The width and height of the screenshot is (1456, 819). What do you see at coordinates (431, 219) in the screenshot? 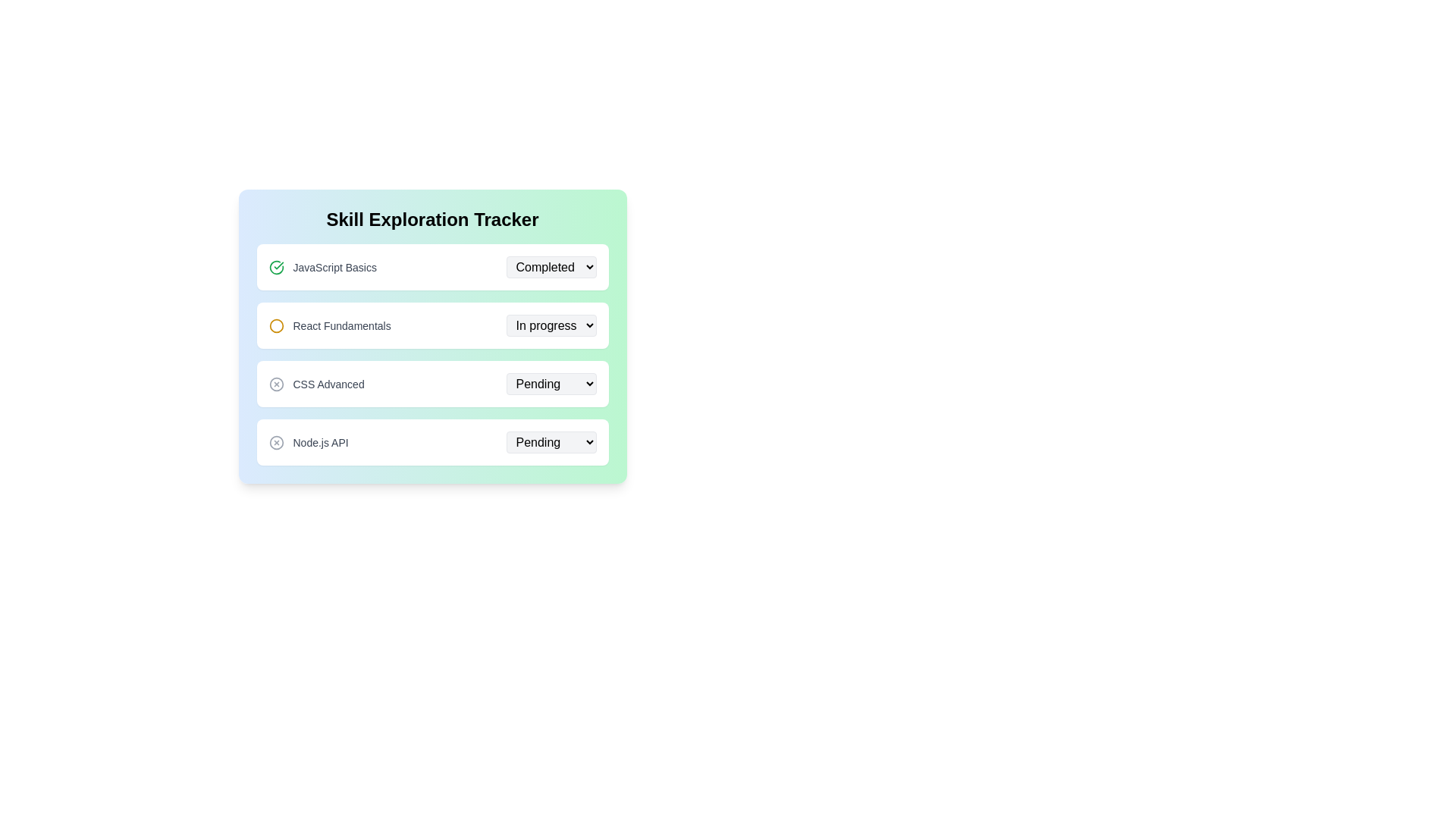
I see `the Header text displaying 'Skill Exploration Tracker', which is a large, bold, centered text with a gradient style in a colorful card interface` at bounding box center [431, 219].